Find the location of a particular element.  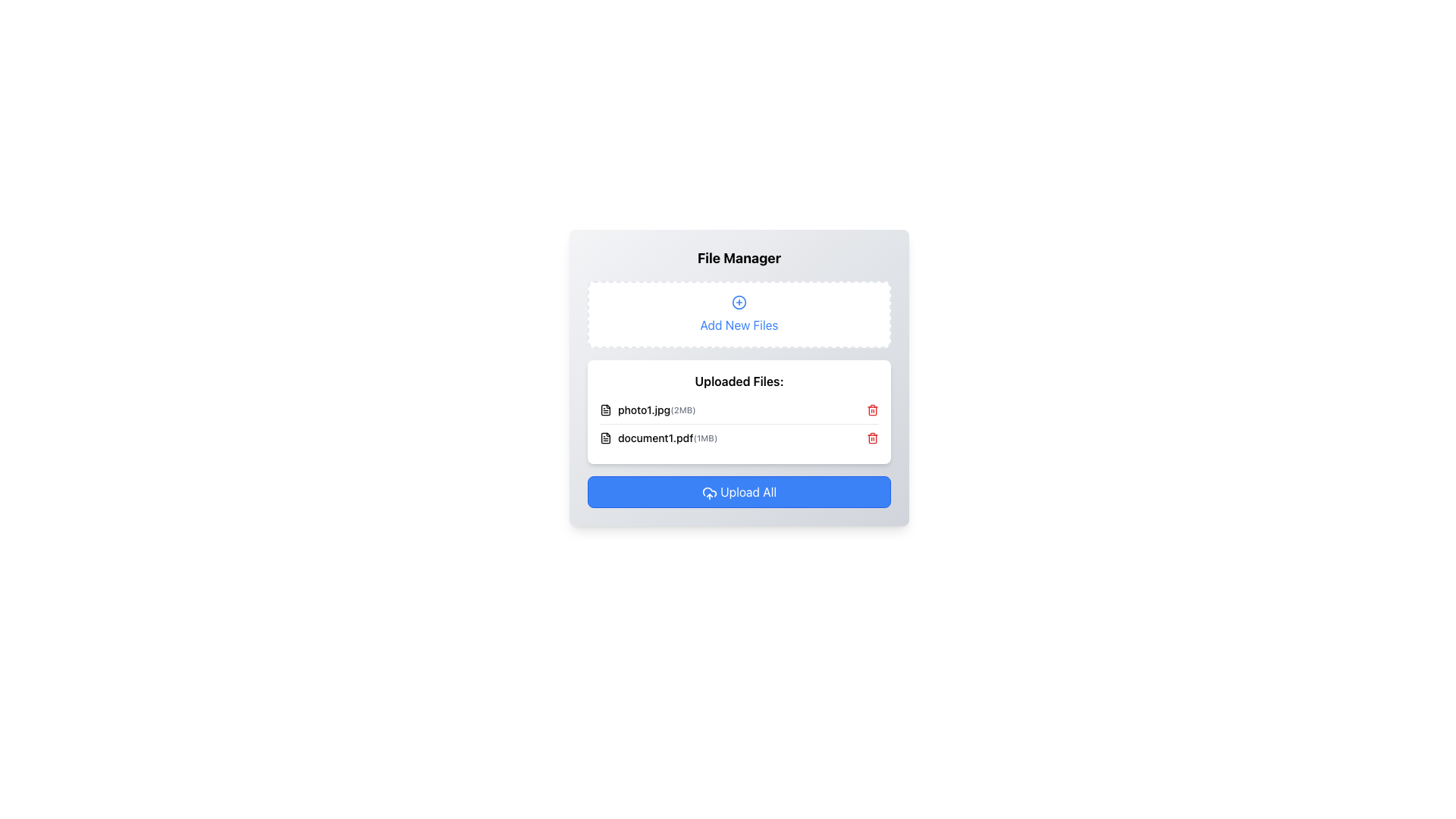

the SVG icon representing the uploaded document file 'document1.pdf' to focus on it is located at coordinates (604, 438).